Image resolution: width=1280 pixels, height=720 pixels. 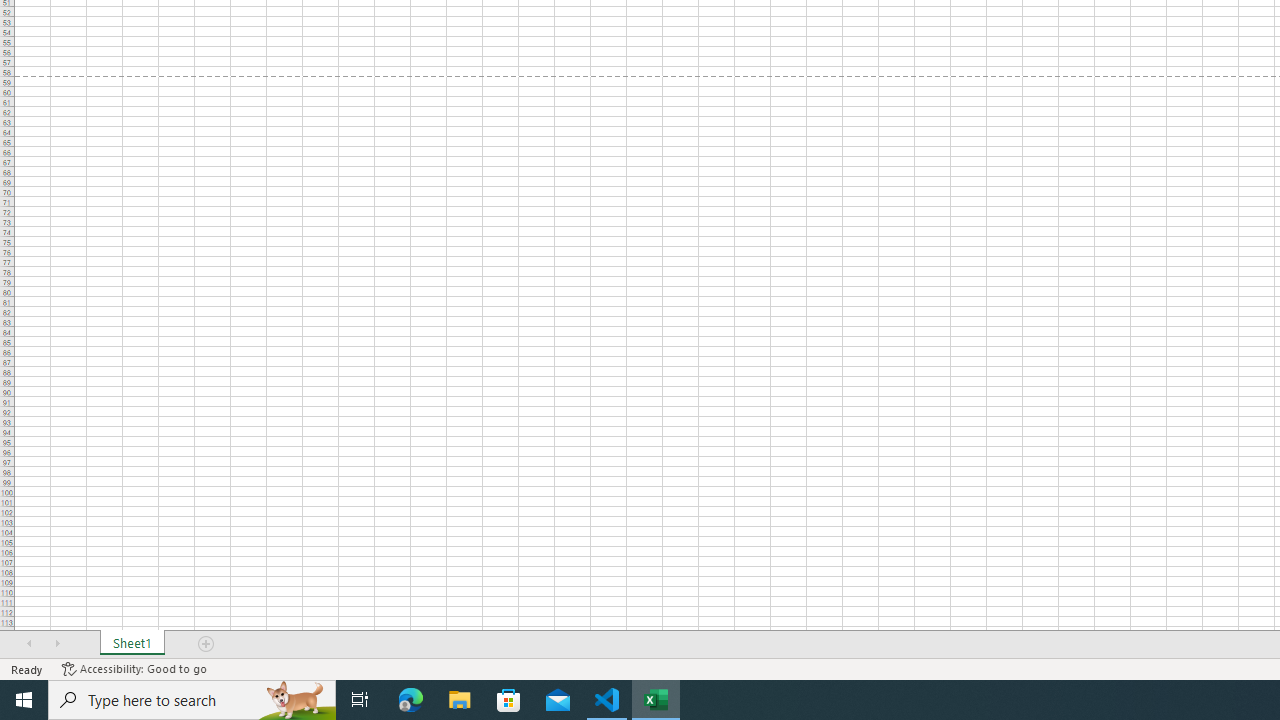 I want to click on 'Add Sheet', so click(x=207, y=644).